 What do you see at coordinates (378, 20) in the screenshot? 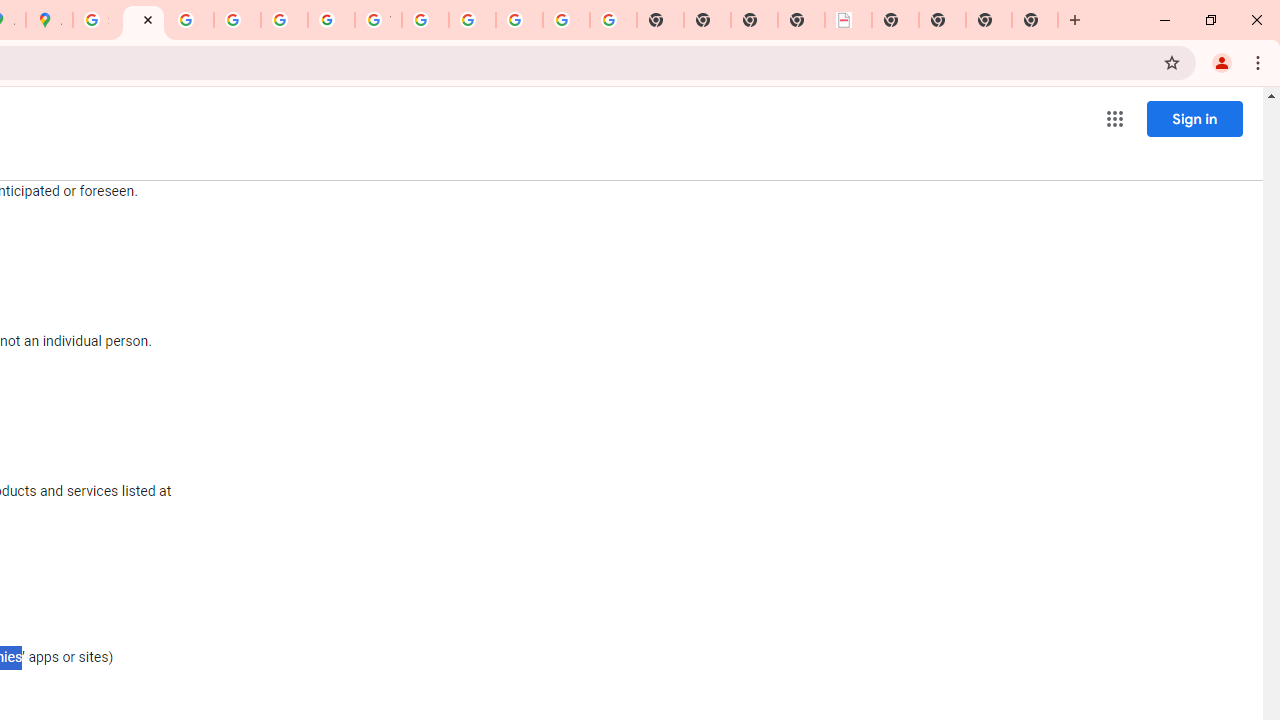
I see `'YouTube'` at bounding box center [378, 20].